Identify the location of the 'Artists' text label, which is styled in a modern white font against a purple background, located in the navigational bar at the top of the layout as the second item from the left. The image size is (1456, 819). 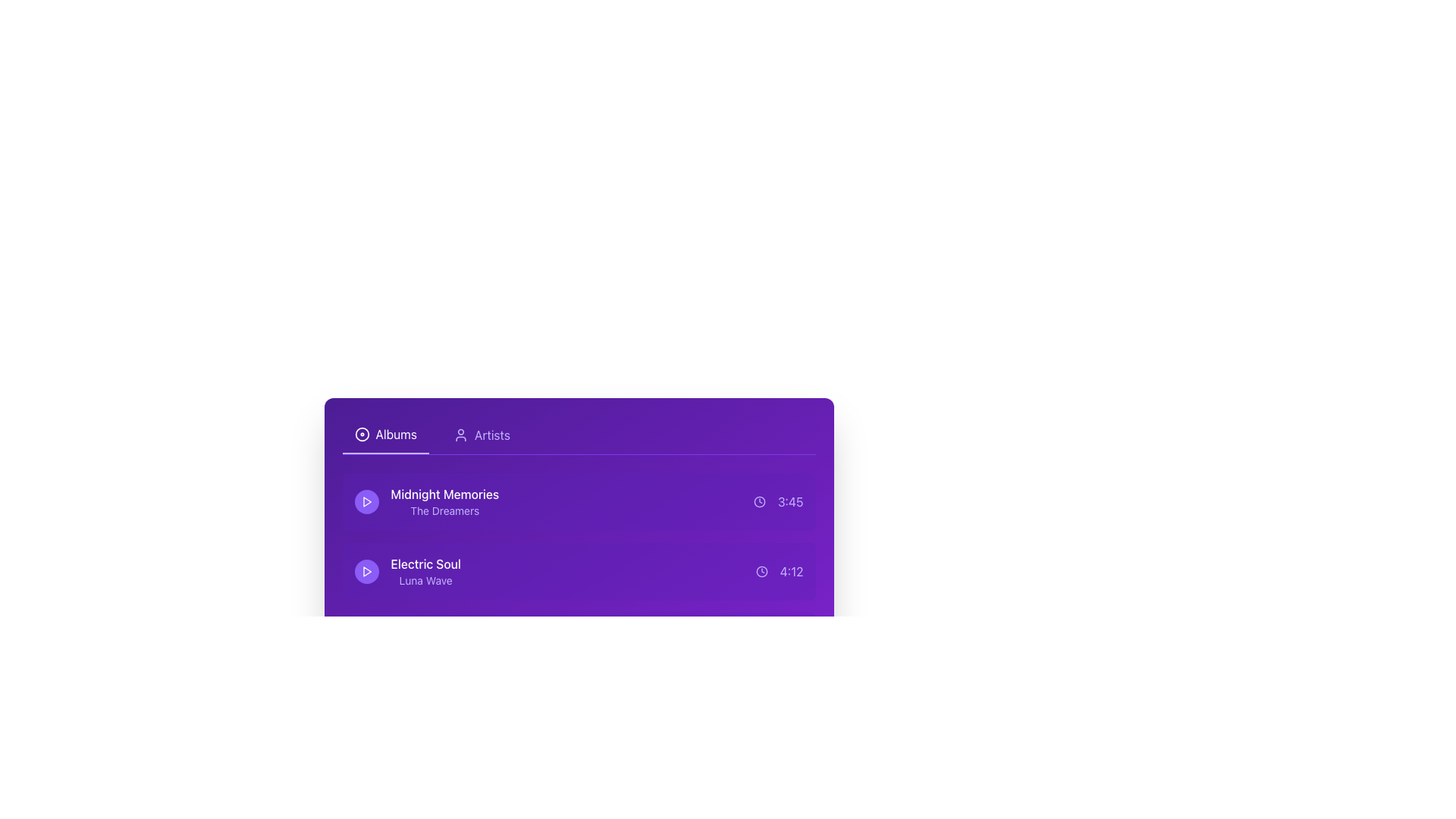
(492, 435).